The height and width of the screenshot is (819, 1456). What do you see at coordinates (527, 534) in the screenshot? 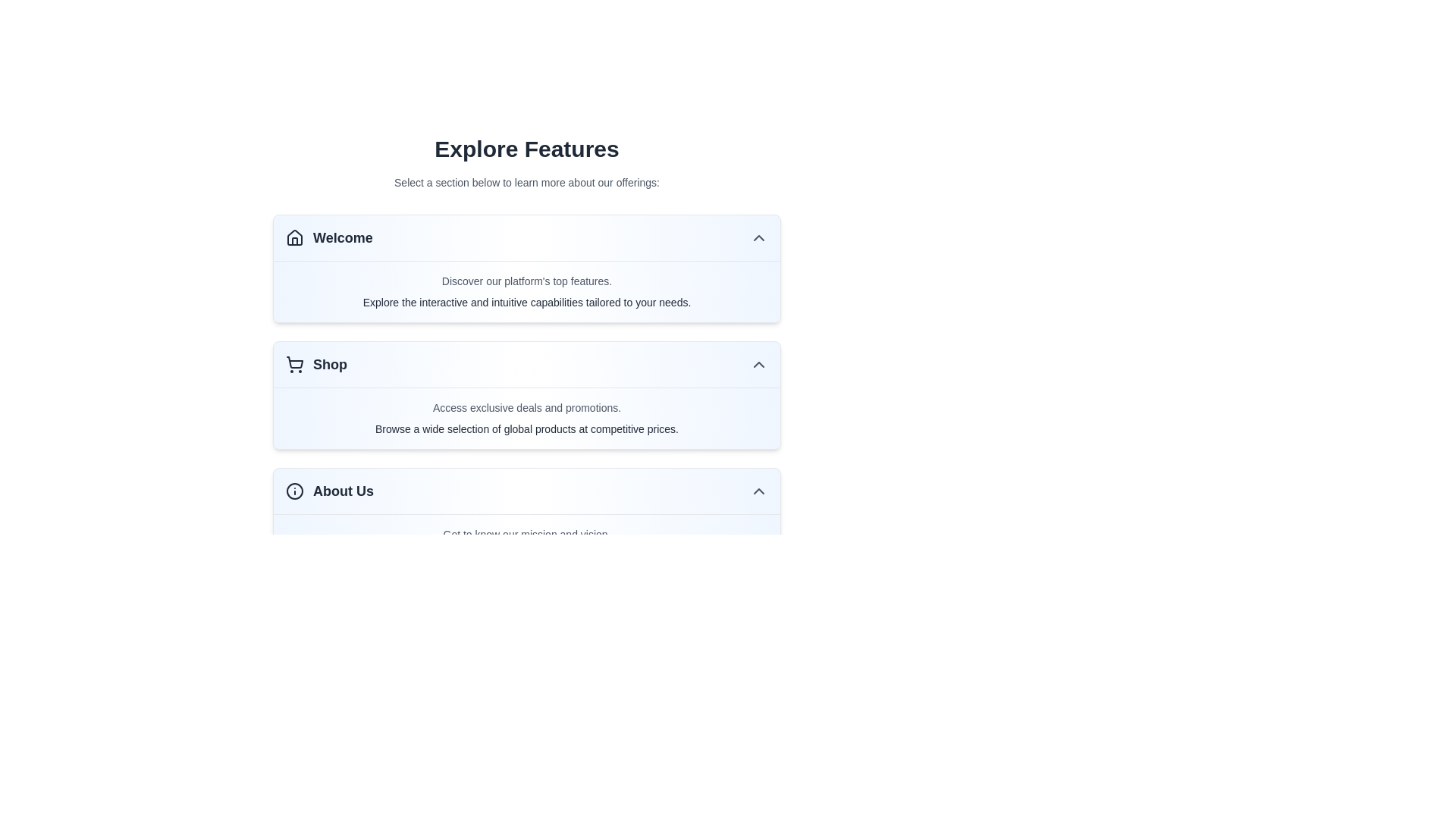
I see `the static text element displaying 'Get to know our mission and vision.' located in the 'About Us' section` at bounding box center [527, 534].